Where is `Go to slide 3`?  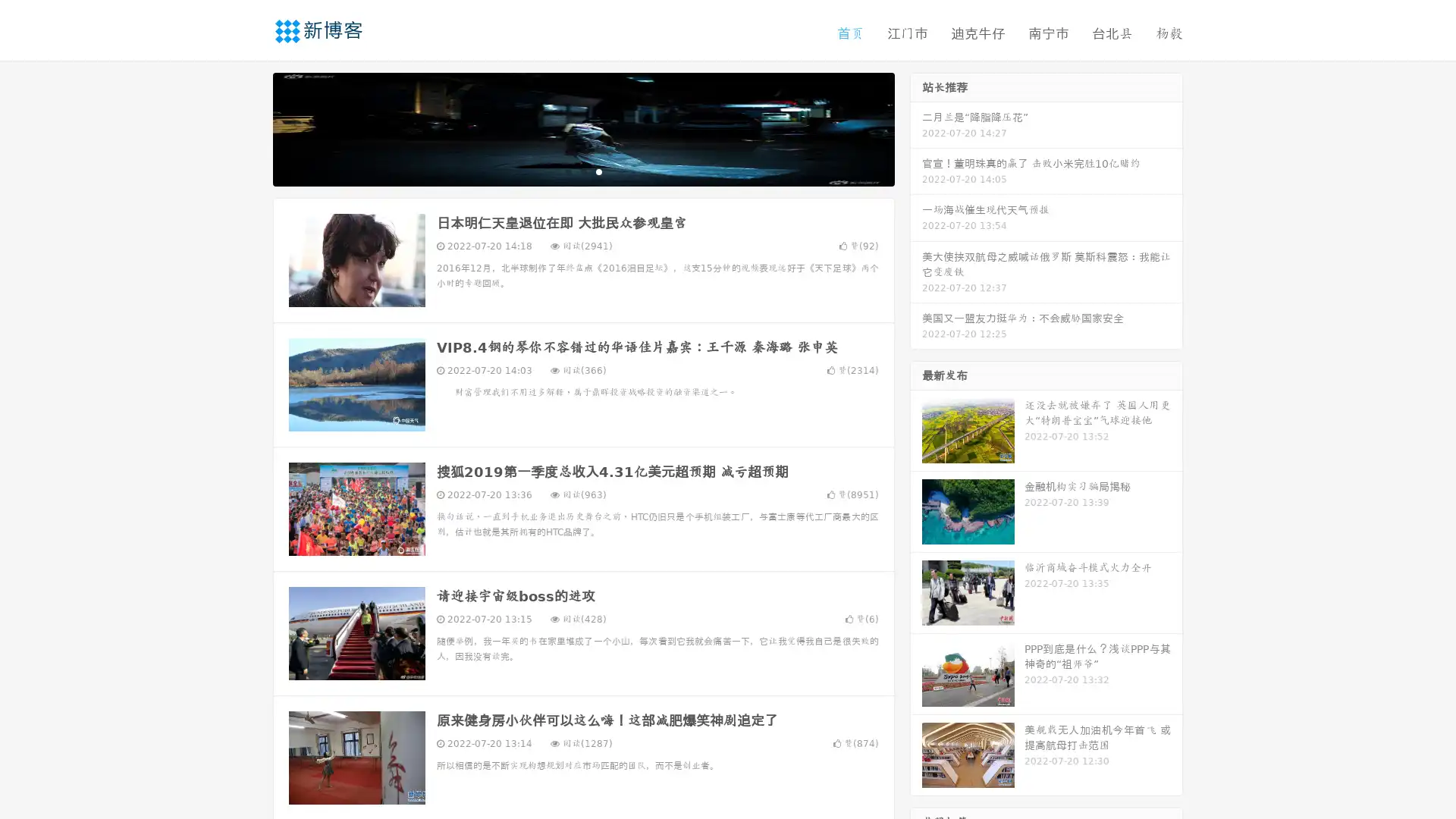 Go to slide 3 is located at coordinates (598, 171).